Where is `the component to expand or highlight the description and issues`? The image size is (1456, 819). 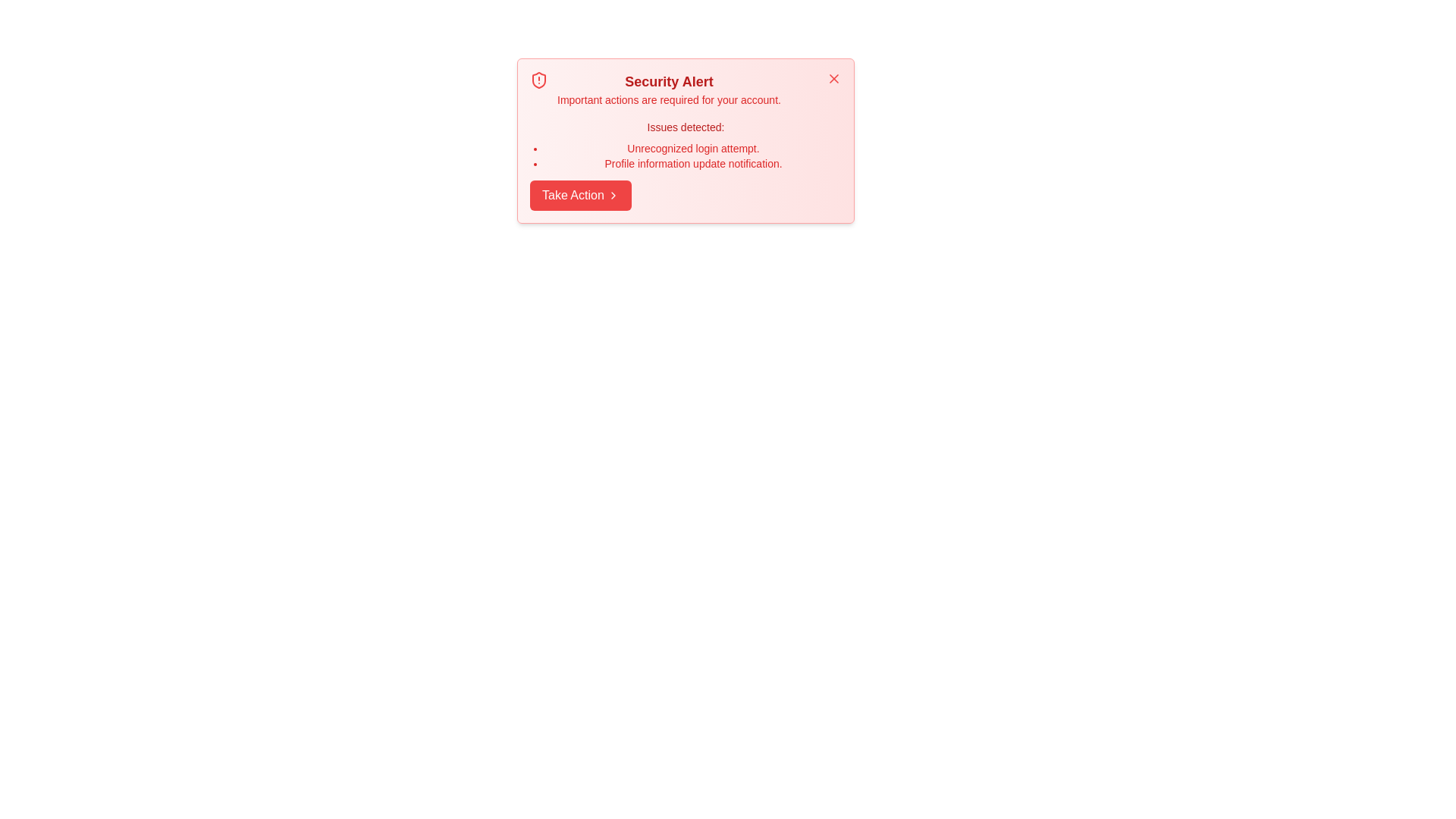
the component to expand or highlight the description and issues is located at coordinates (685, 140).